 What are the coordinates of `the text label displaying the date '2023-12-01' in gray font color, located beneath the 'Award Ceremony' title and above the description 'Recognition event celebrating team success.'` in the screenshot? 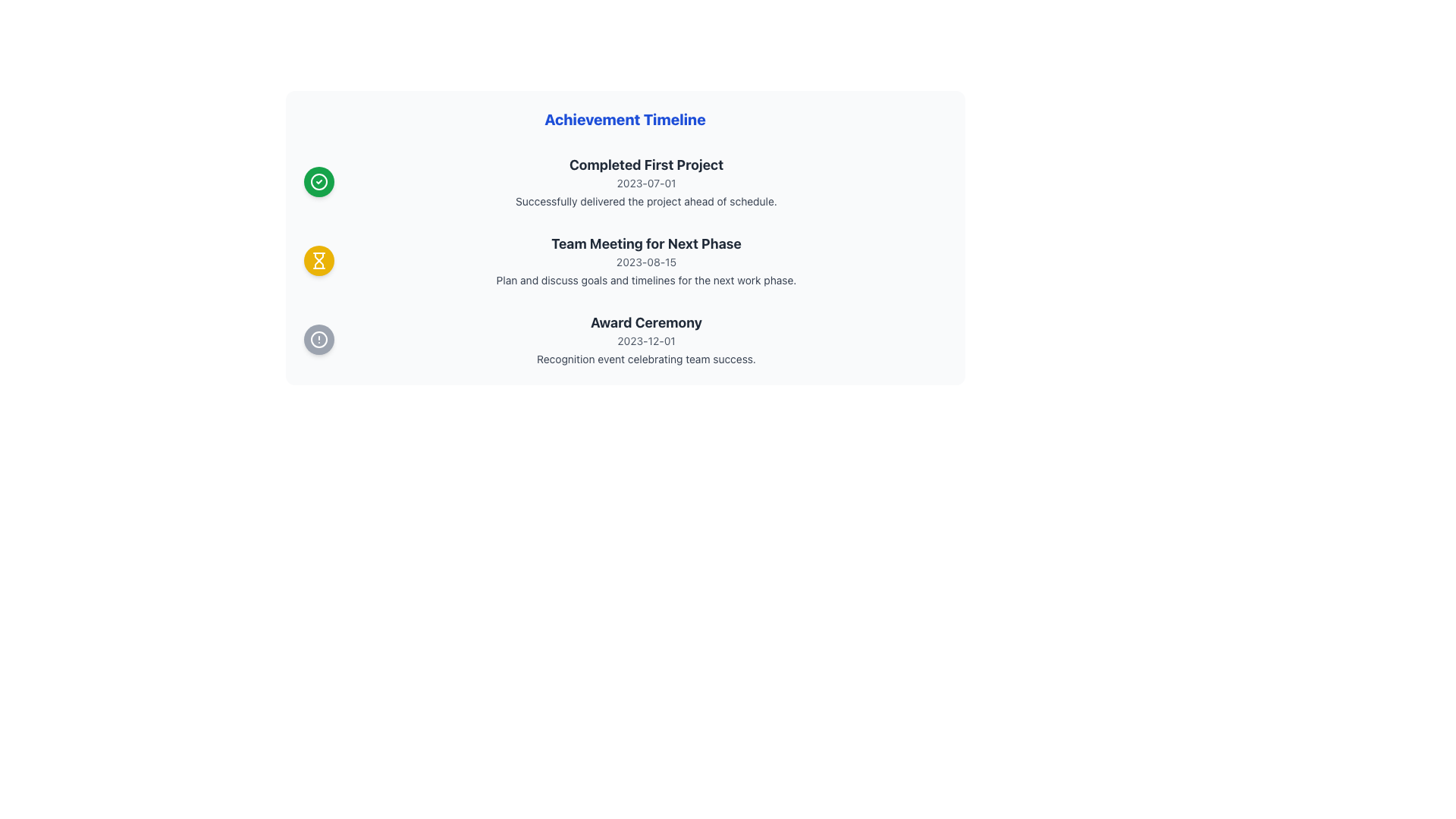 It's located at (646, 341).